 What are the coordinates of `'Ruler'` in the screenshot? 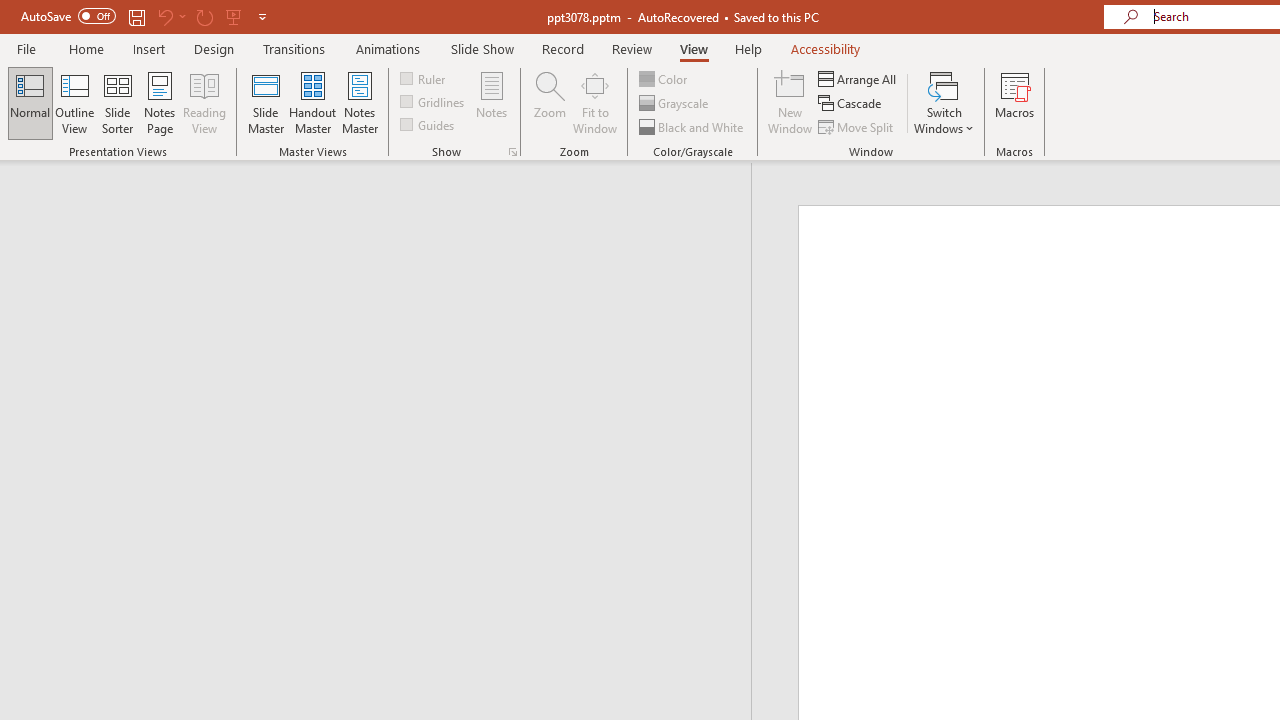 It's located at (423, 77).